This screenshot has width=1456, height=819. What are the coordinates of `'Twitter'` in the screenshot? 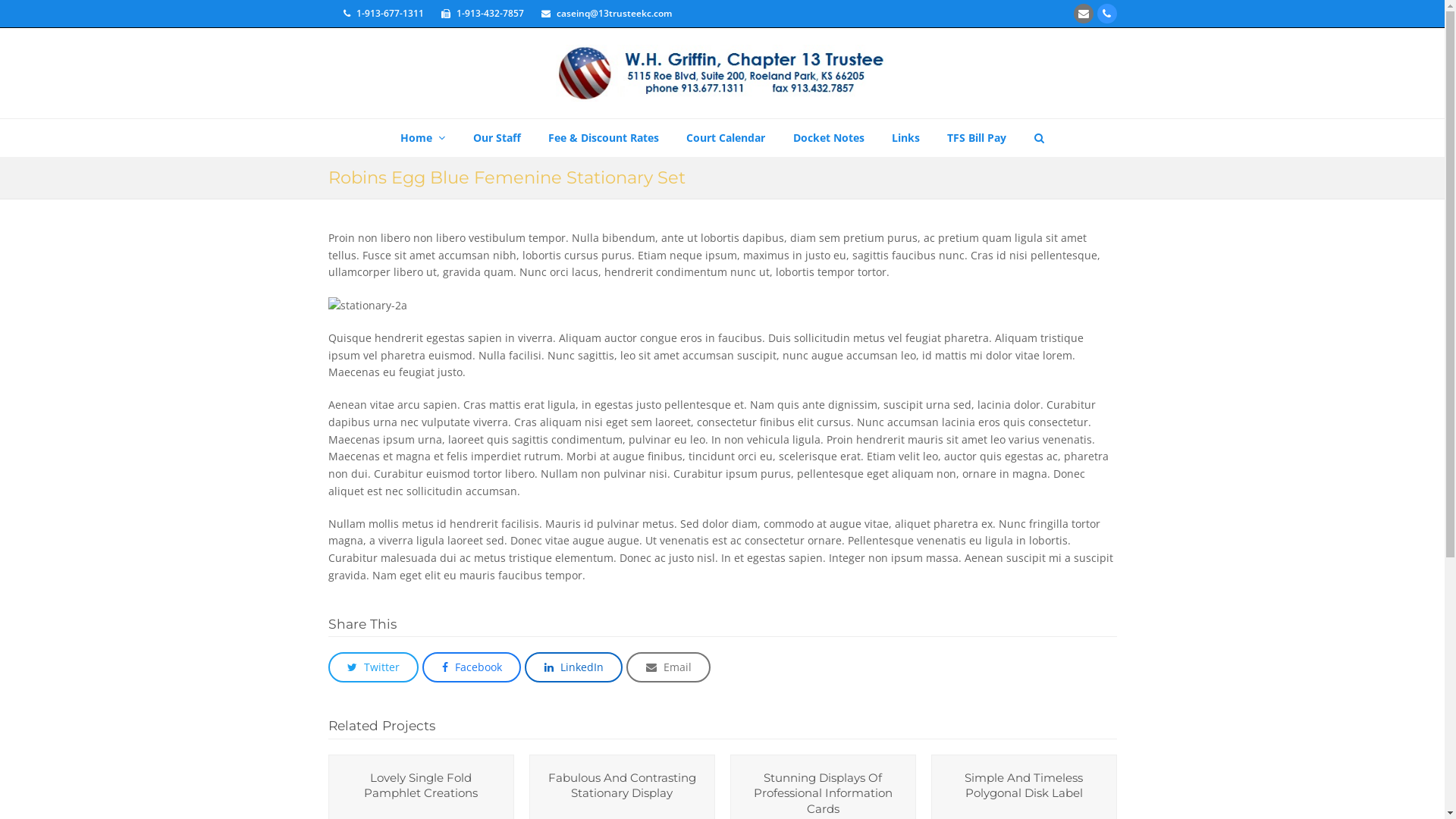 It's located at (372, 666).